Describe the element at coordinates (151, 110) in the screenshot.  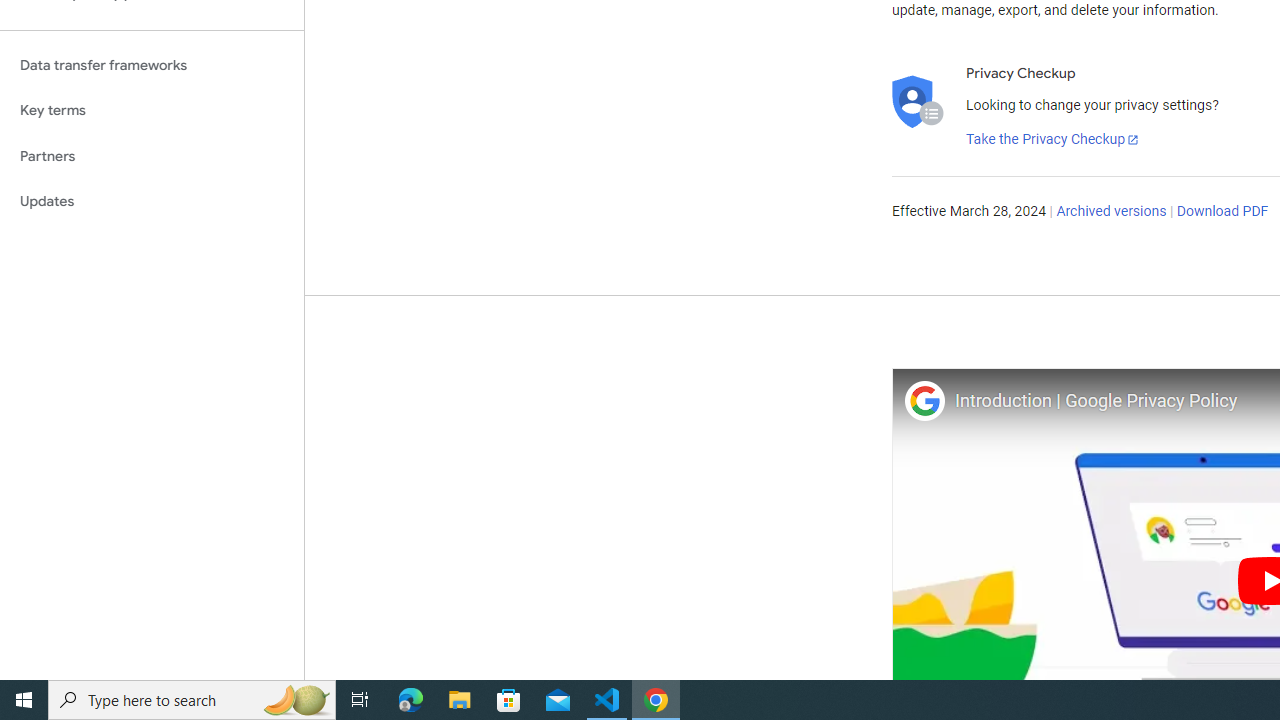
I see `'Key terms'` at that location.